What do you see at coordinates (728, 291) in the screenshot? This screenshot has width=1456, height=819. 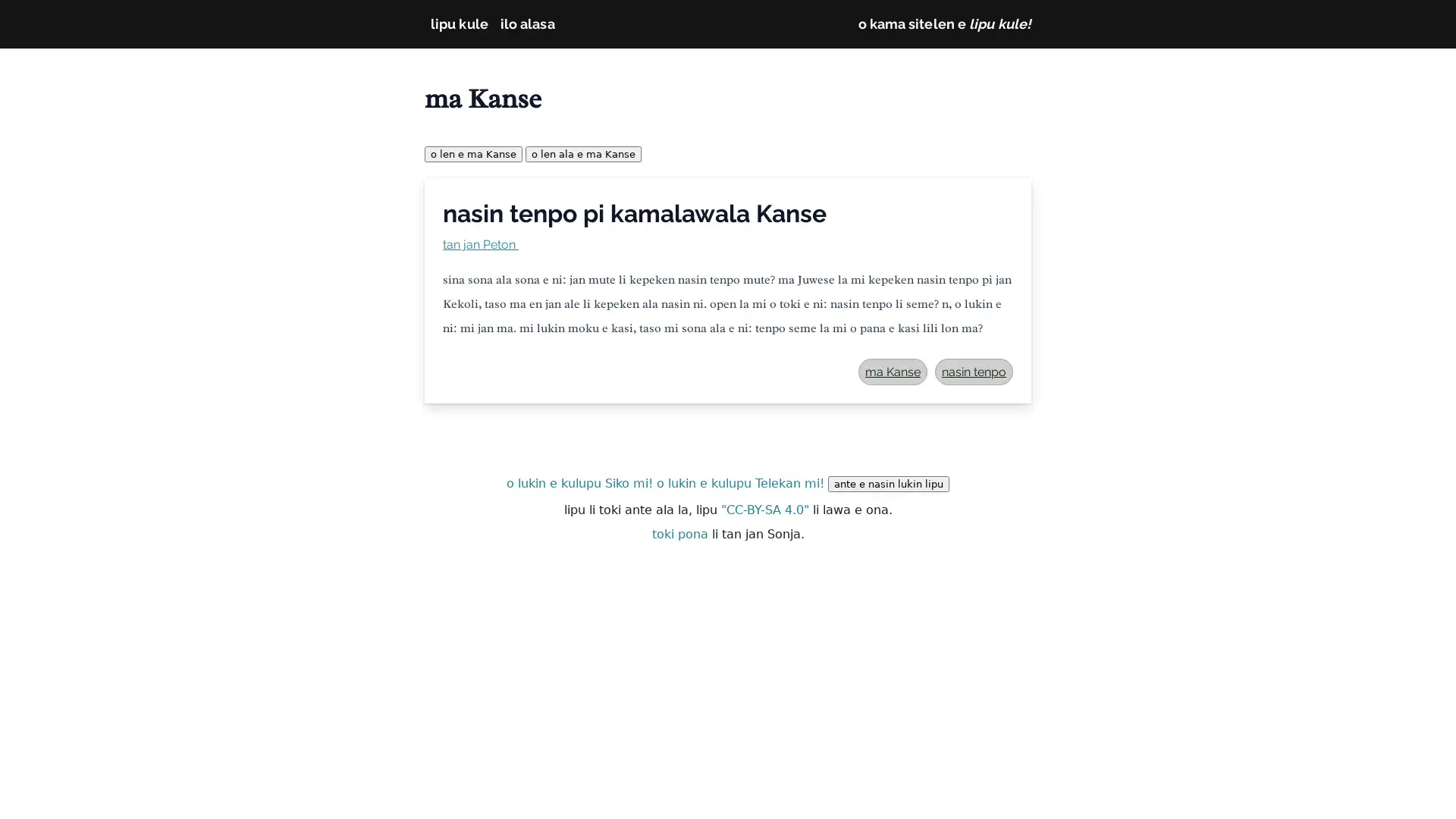 I see `nasin tenpo pi kamalawala Kanse tan jan Peton  sina sona ala sona e ni: jan mute li kepeken nasin tenpo mute? ma Juwese la mi kepeken nasin tenpo pi jan Kekoli, taso ma en jan ale li kepeken ala nasin ni. open la mi o toki e ni: nasin tenpo li seme? n, o lukin e ni: mi jan ma. mi lukin moku e kasi, taso mi sona ala e ni: tenpo seme la mi o pana e kasi lili lon ma? ma Kanse nasin tenpo` at bounding box center [728, 291].